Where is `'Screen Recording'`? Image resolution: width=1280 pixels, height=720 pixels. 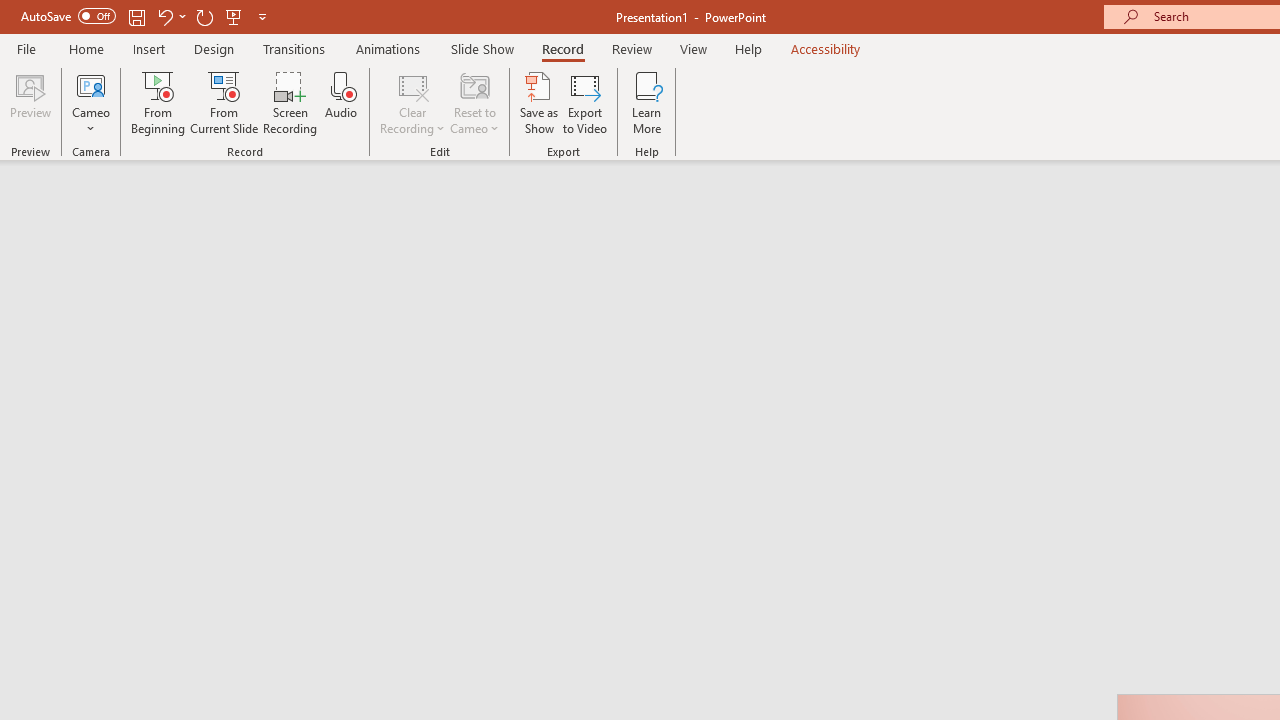
'Screen Recording' is located at coordinates (289, 103).